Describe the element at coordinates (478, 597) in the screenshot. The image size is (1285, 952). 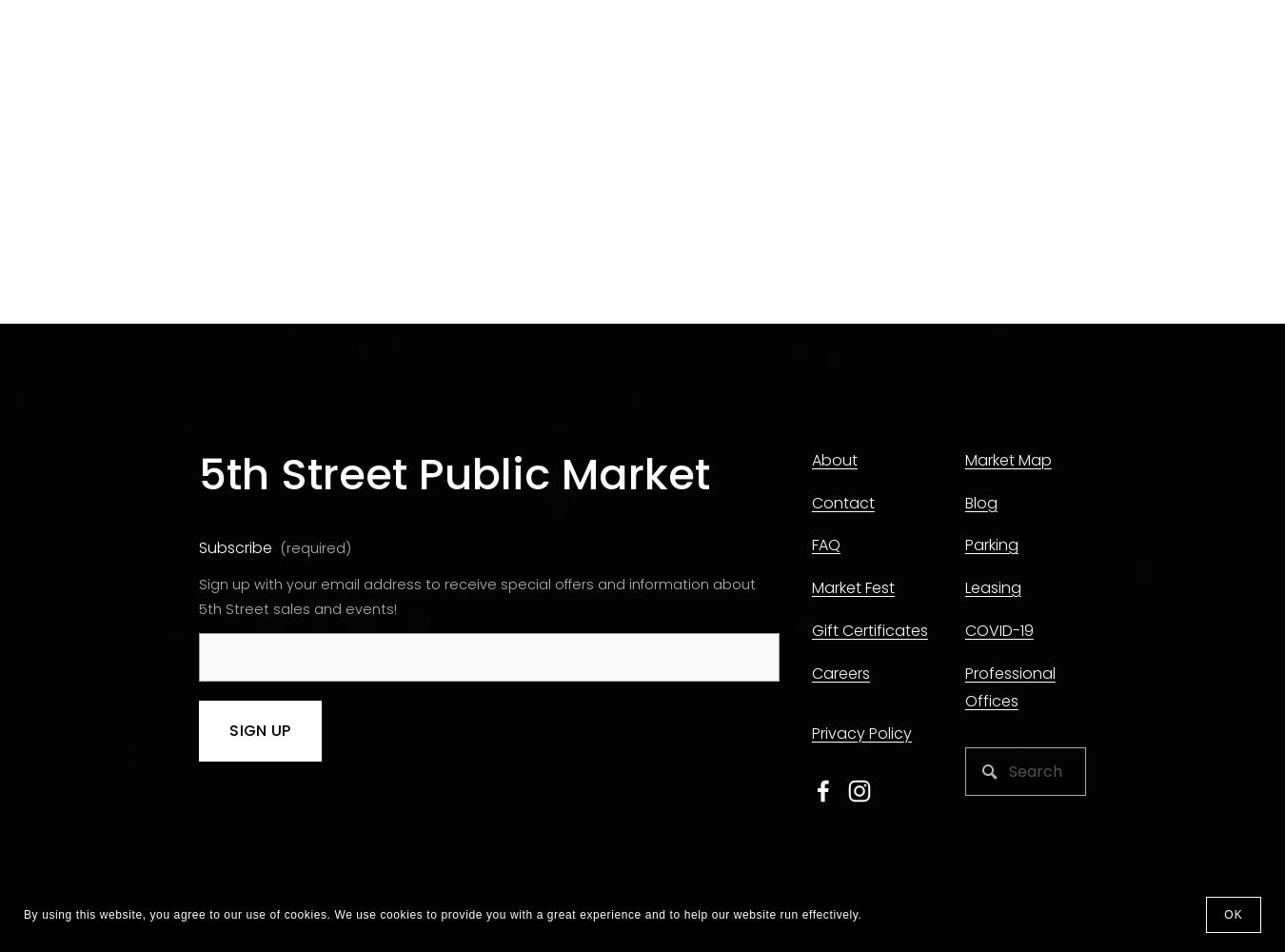
I see `'Sign up with your email address to receive special offers and information about 5th Street sales and events!'` at that location.